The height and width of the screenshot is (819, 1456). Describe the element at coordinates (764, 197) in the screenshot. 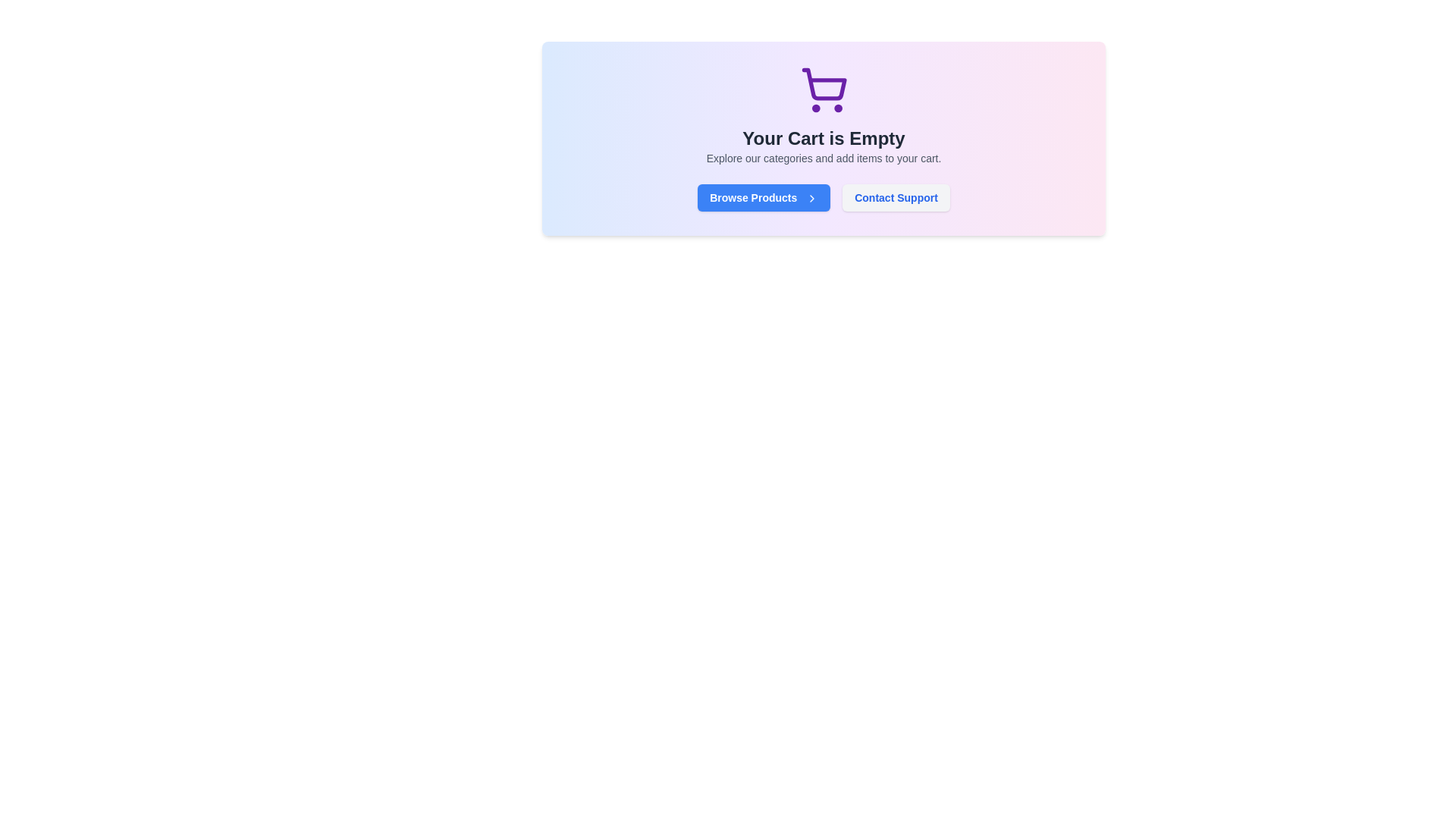

I see `the blue button labeled 'Browse Products'` at that location.